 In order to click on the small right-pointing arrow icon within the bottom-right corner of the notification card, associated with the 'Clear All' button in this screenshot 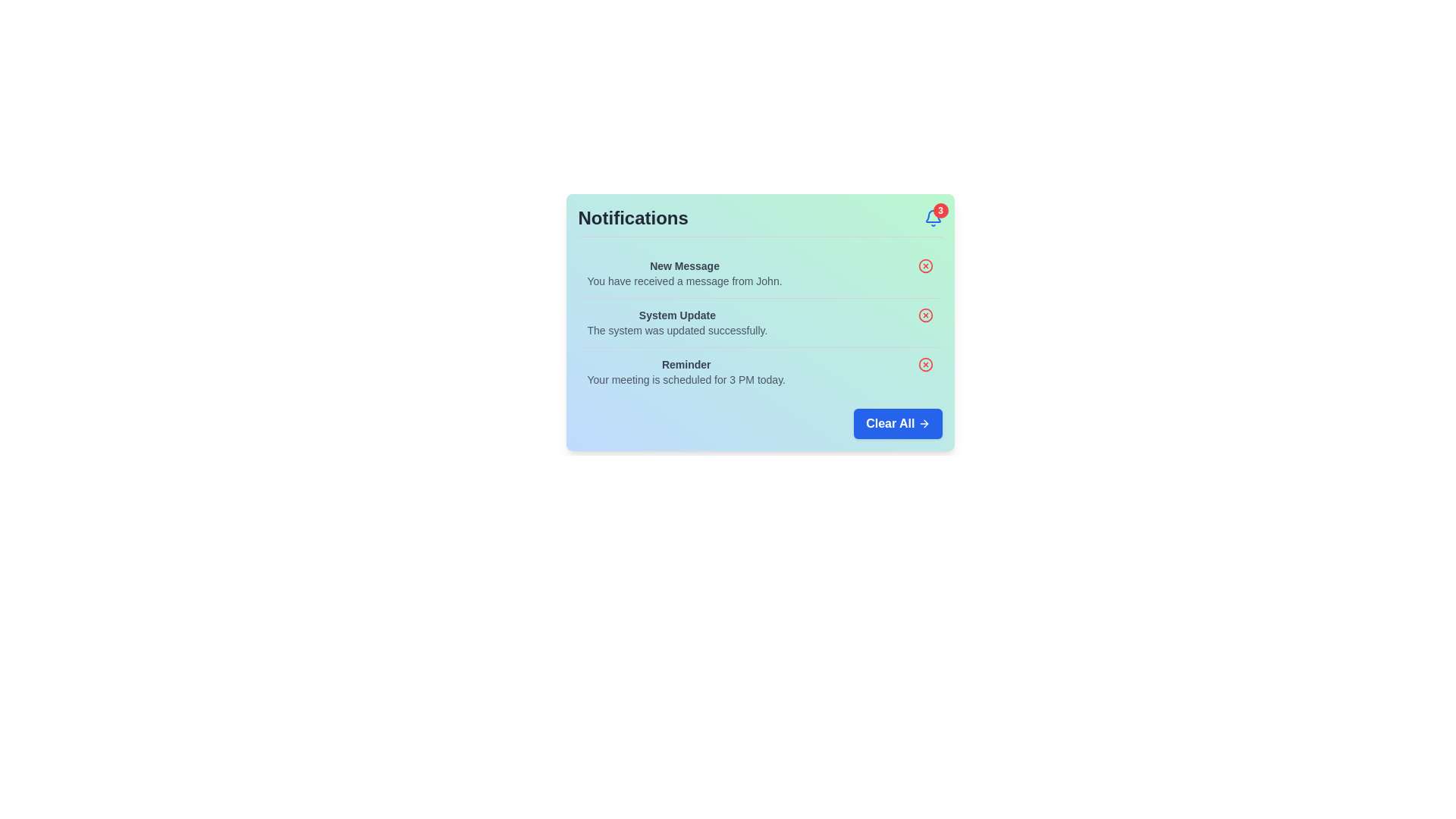, I will do `click(924, 424)`.